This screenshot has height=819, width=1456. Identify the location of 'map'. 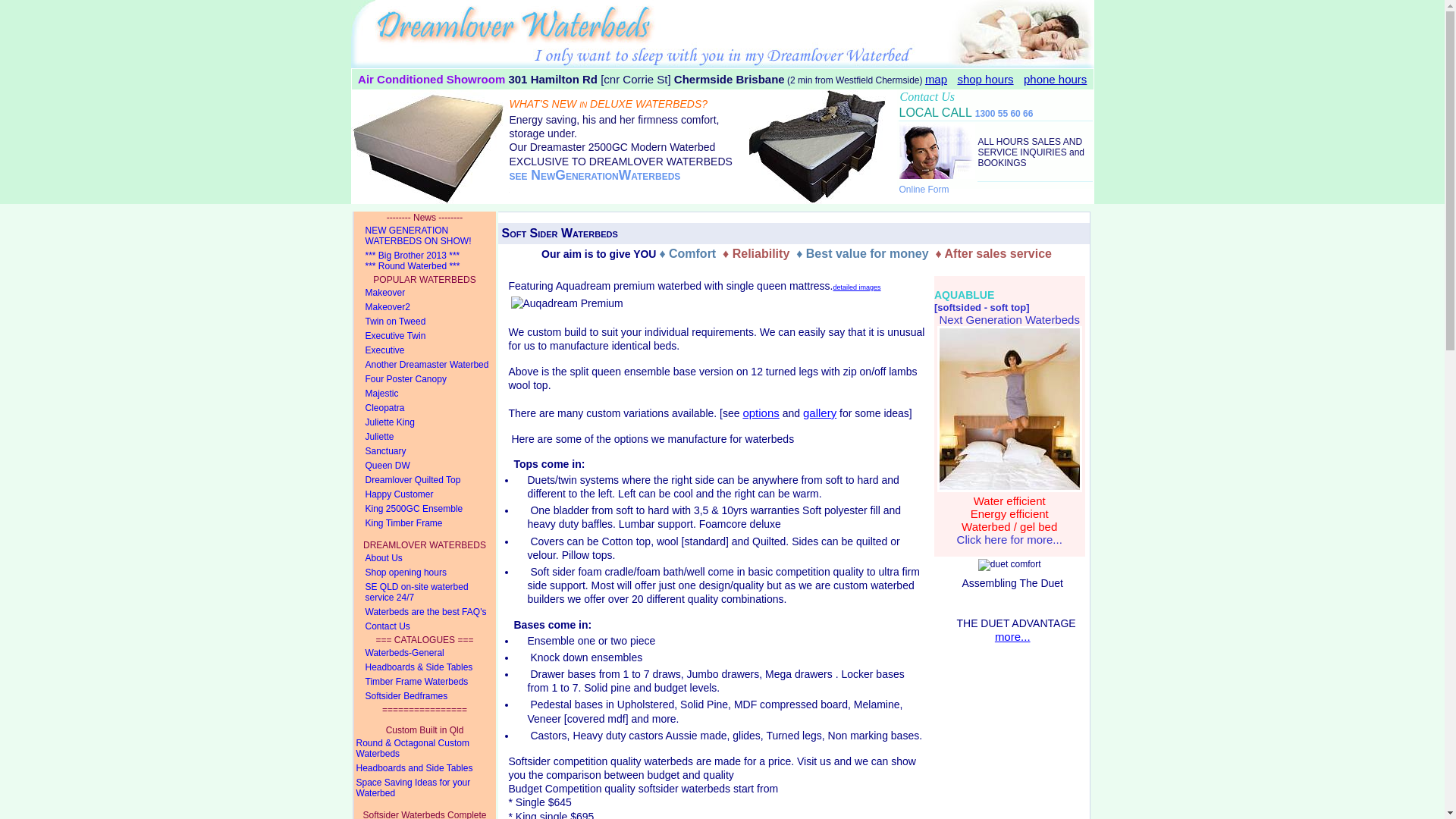
(935, 80).